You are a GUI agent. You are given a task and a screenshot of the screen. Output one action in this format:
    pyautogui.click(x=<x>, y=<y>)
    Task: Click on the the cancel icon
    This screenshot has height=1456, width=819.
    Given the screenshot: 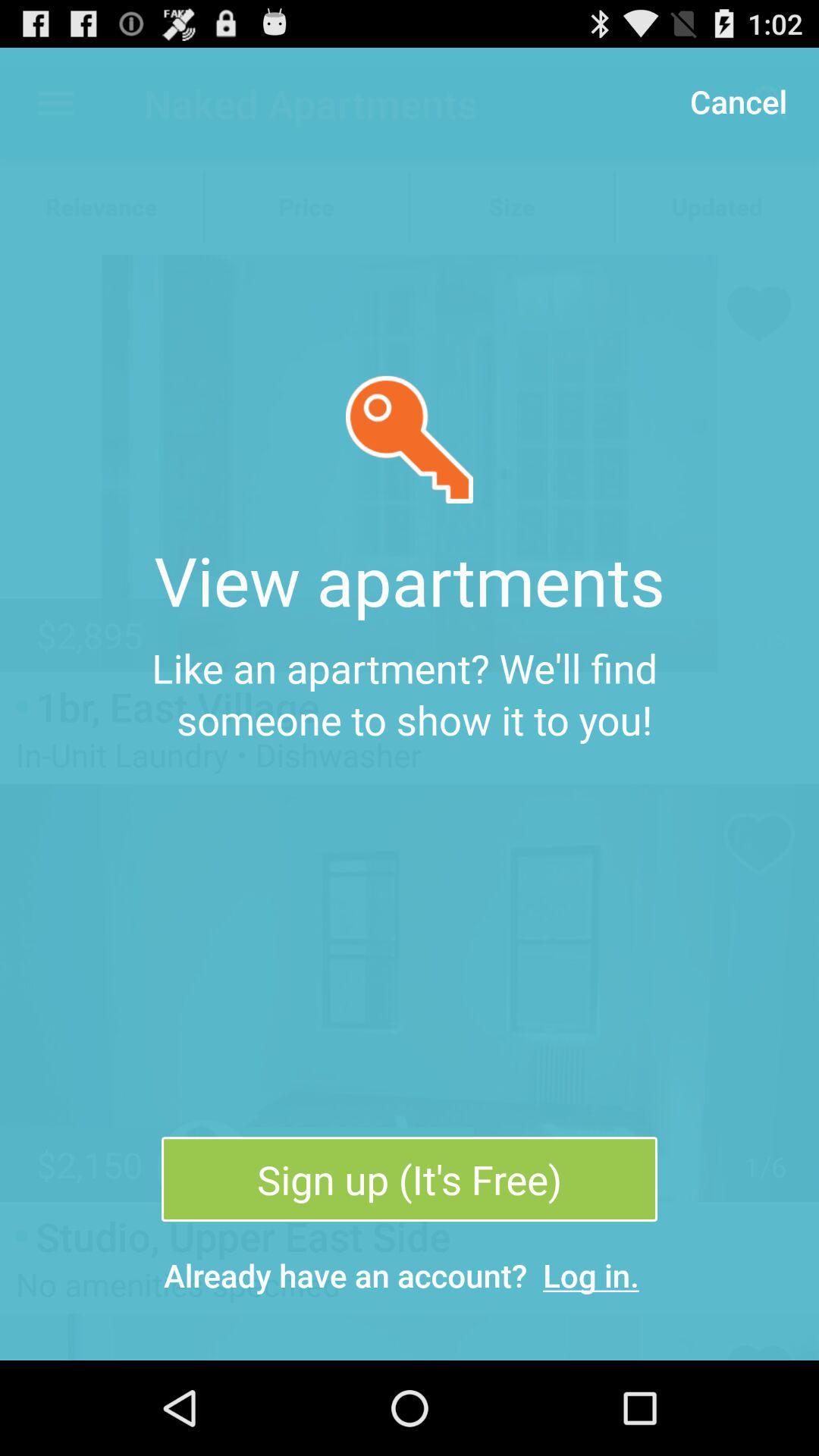 What is the action you would take?
    pyautogui.click(x=737, y=100)
    